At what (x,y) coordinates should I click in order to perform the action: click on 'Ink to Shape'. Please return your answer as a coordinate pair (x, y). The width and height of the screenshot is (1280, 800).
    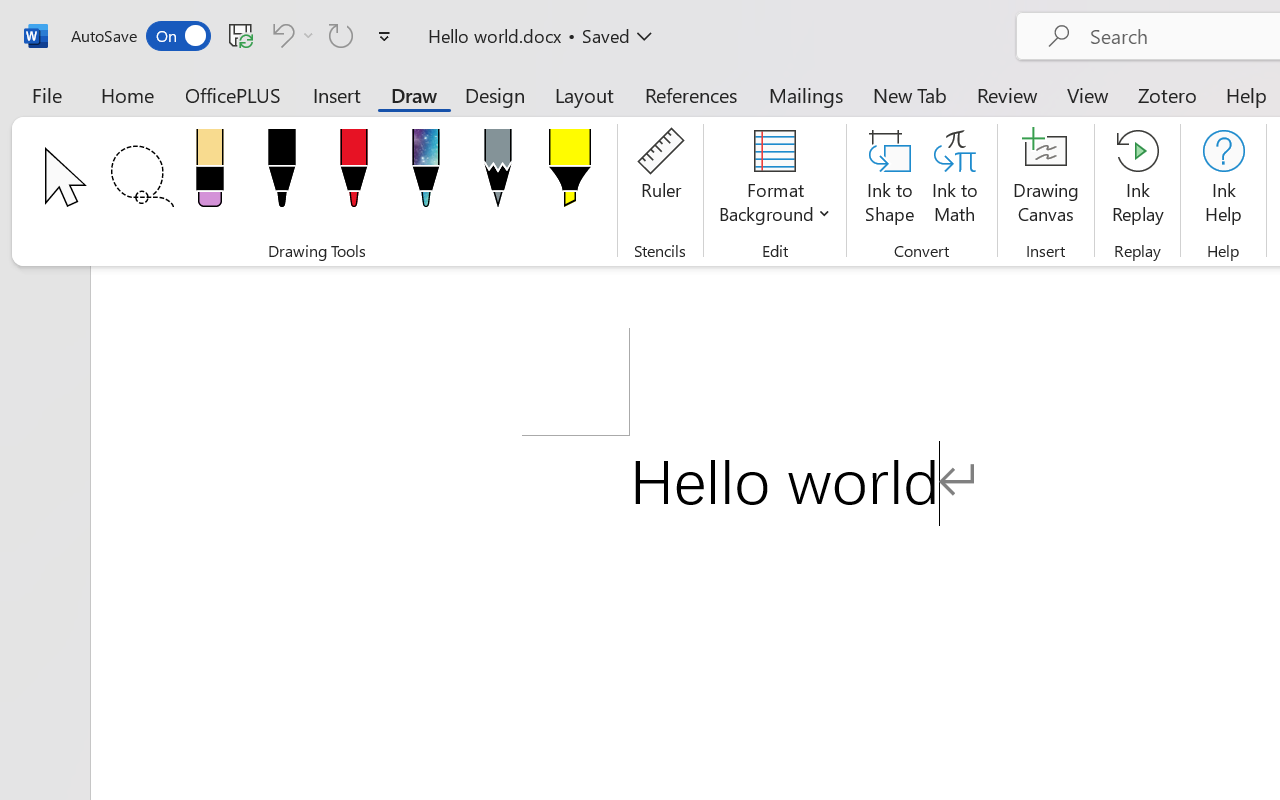
    Looking at the image, I should click on (889, 179).